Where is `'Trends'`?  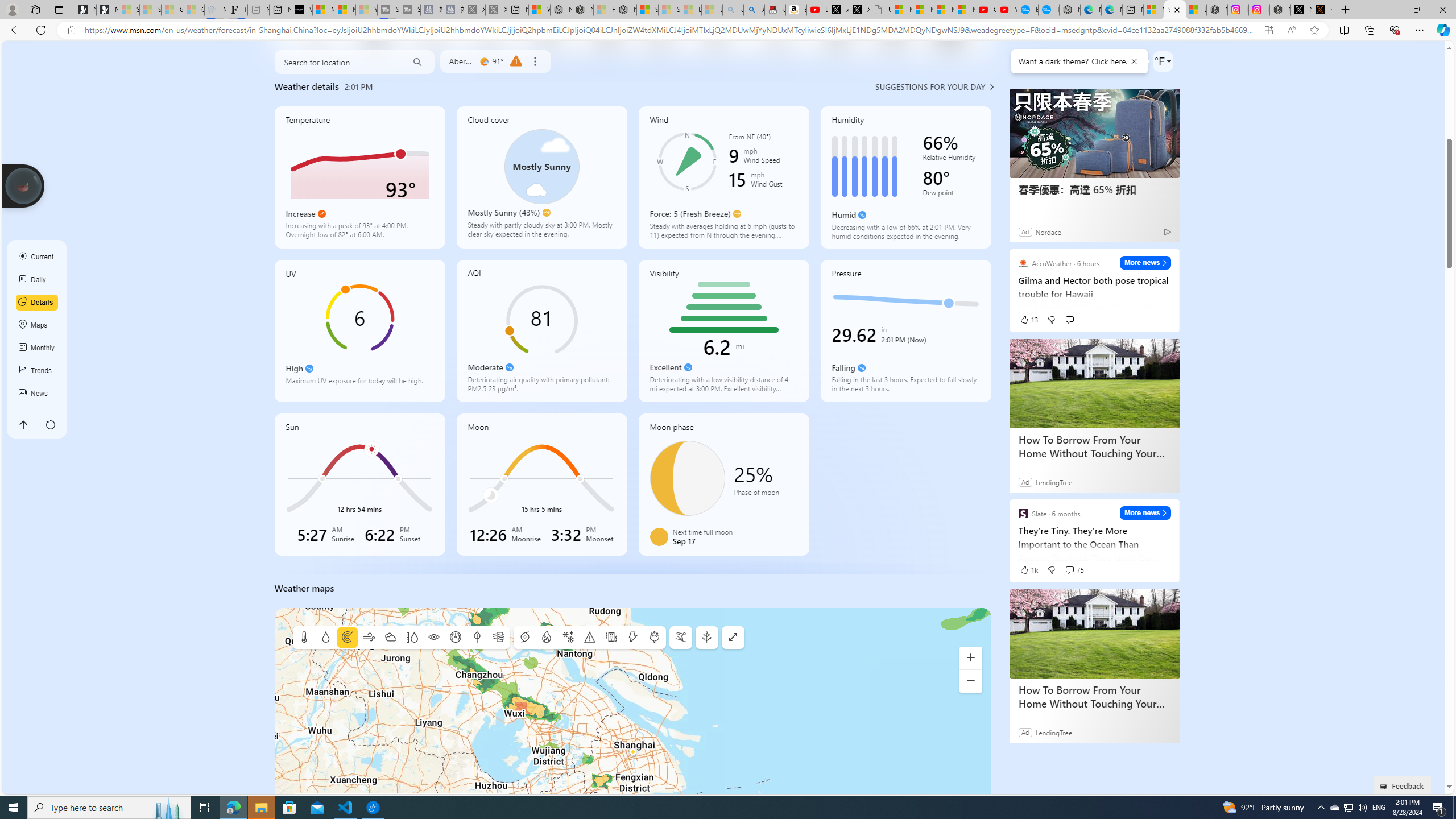
'Trends' is located at coordinates (37, 370).